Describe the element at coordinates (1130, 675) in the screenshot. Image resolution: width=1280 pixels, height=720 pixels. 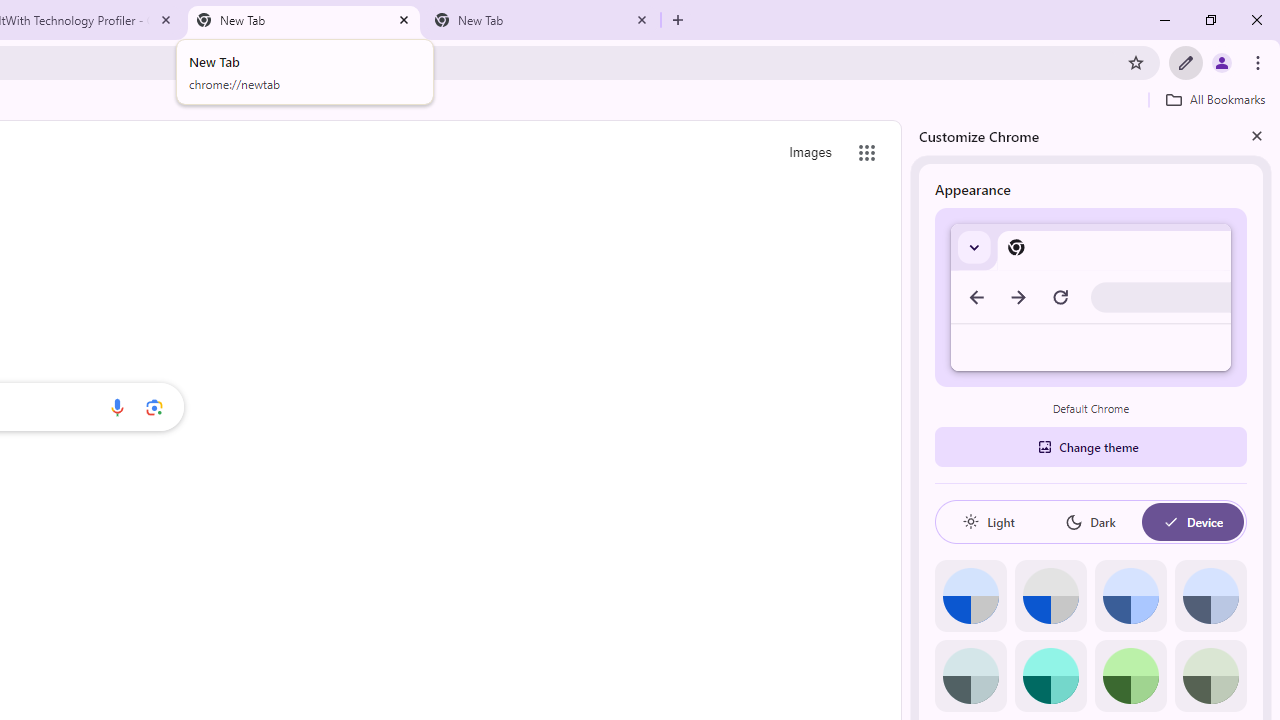
I see `'Green'` at that location.